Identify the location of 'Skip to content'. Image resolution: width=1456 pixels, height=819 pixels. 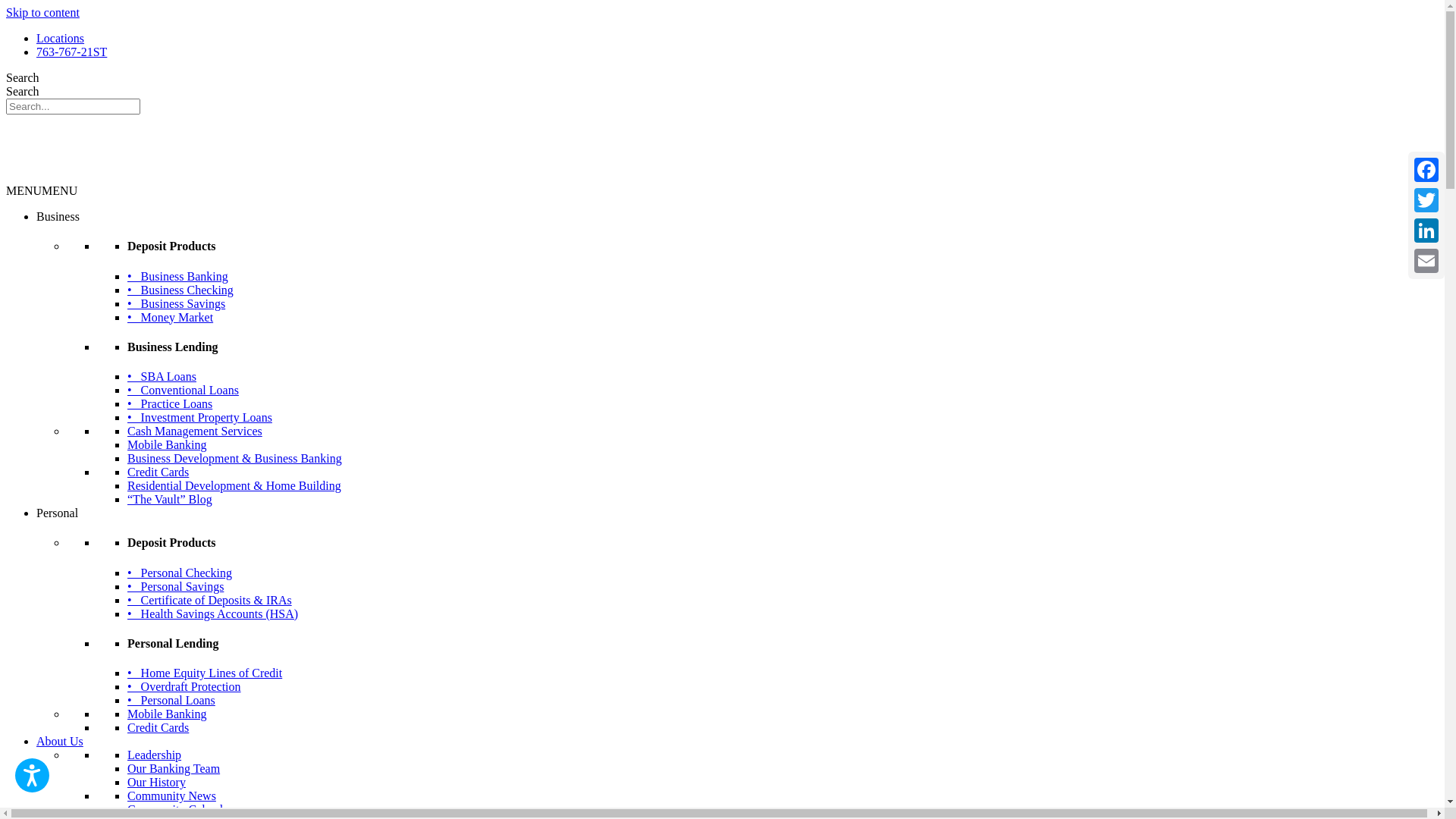
(42, 12).